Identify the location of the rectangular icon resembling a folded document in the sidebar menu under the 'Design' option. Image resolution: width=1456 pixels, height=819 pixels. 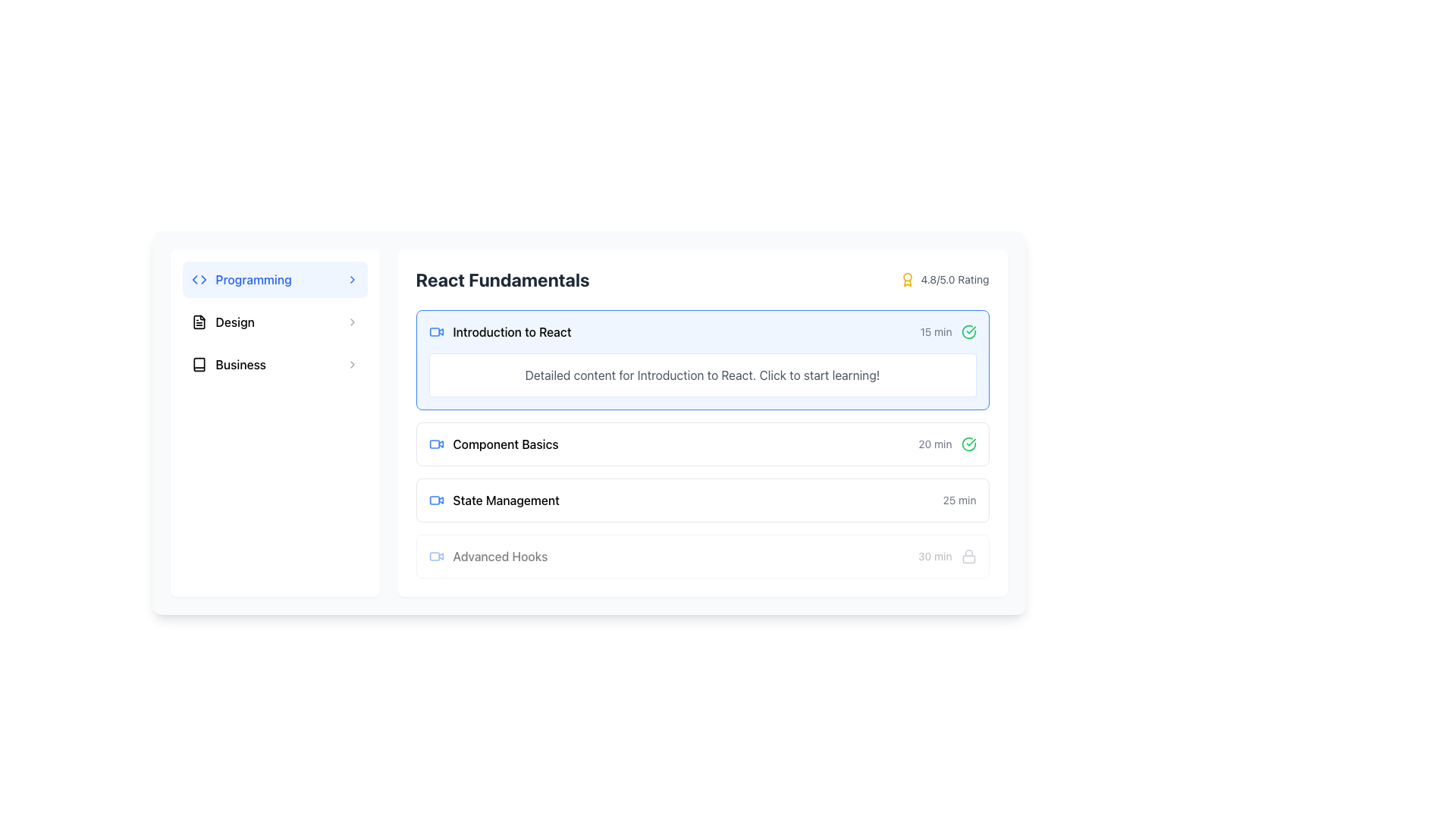
(198, 321).